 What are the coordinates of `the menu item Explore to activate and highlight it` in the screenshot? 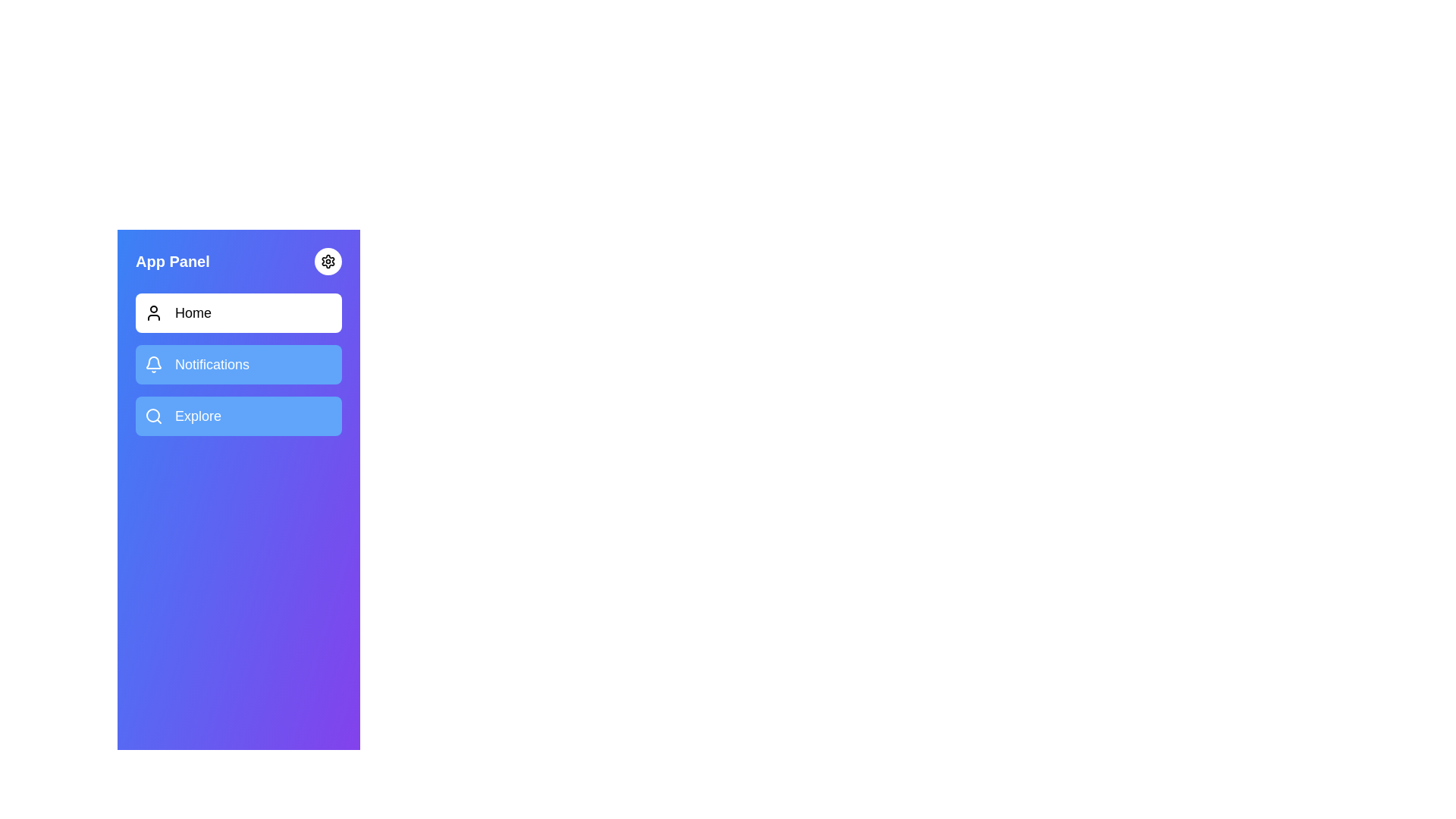 It's located at (238, 416).